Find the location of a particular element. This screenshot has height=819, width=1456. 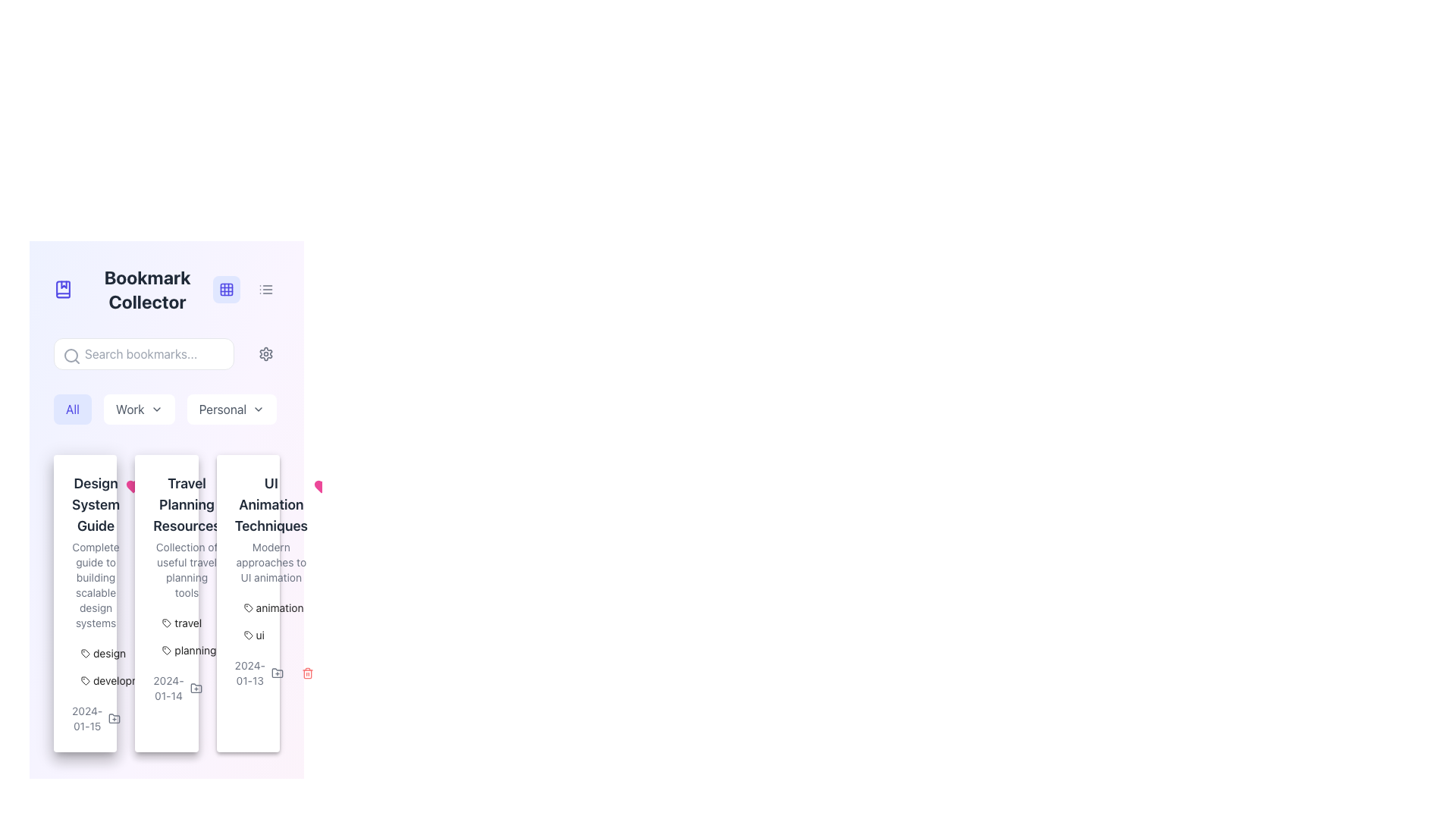

the 'animation' Tag label with icon located at the bottom section of the 'UI Animation Techniques' card for navigation is located at coordinates (274, 607).